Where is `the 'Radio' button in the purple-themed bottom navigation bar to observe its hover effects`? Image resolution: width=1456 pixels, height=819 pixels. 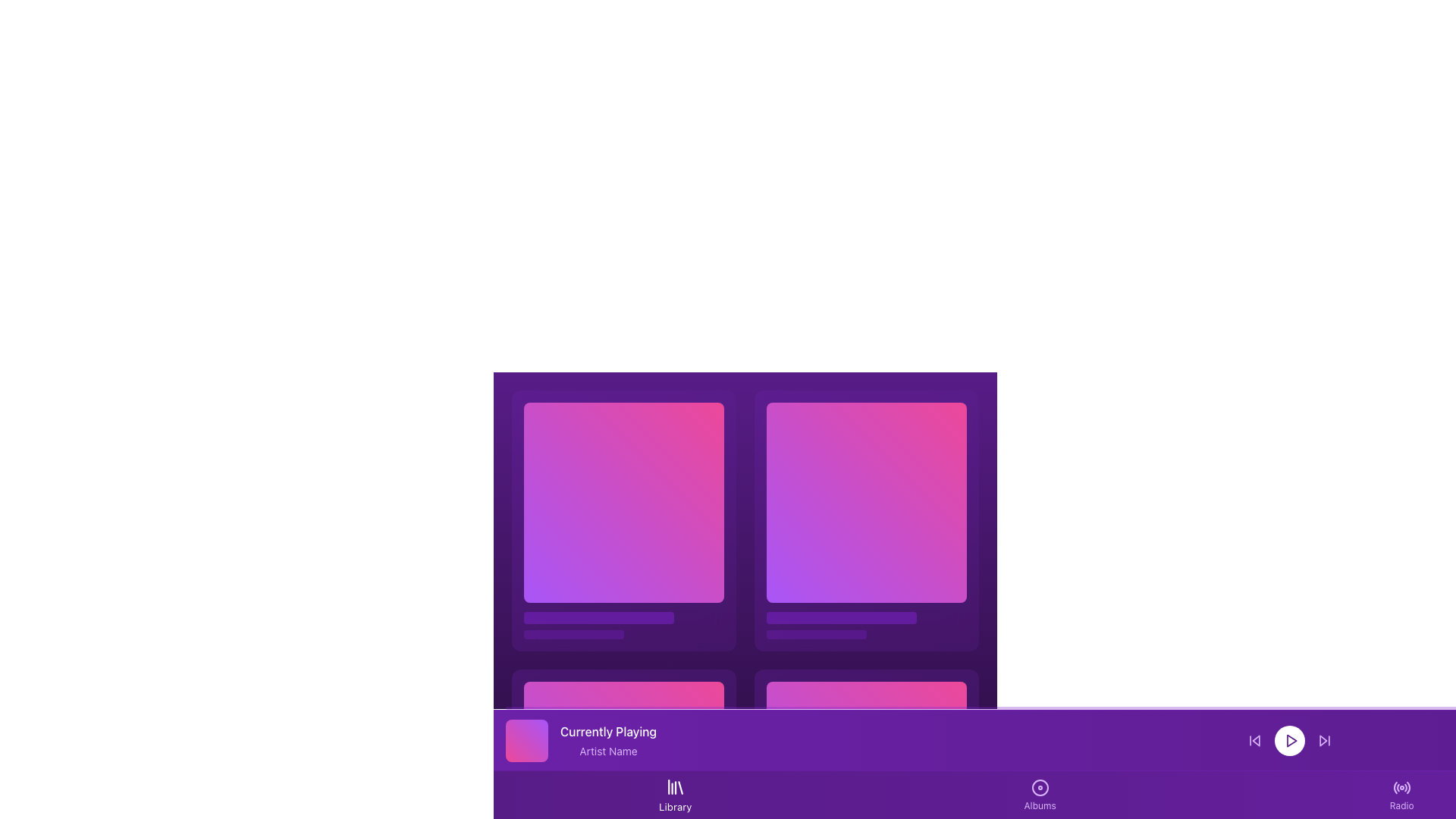 the 'Radio' button in the purple-themed bottom navigation bar to observe its hover effects is located at coordinates (1401, 794).